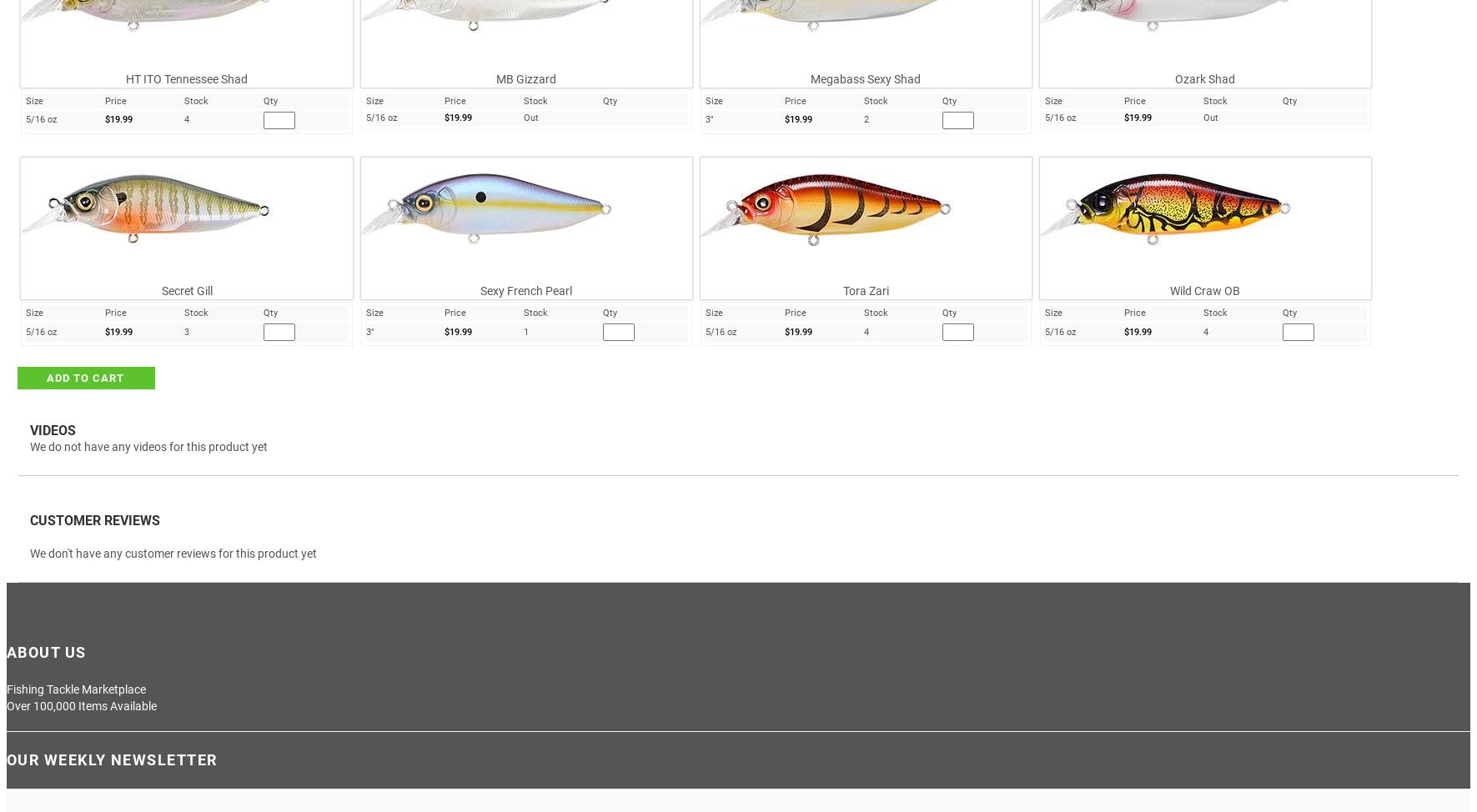 The height and width of the screenshot is (812, 1477). Describe the element at coordinates (525, 77) in the screenshot. I see `'MB Gizzard'` at that location.